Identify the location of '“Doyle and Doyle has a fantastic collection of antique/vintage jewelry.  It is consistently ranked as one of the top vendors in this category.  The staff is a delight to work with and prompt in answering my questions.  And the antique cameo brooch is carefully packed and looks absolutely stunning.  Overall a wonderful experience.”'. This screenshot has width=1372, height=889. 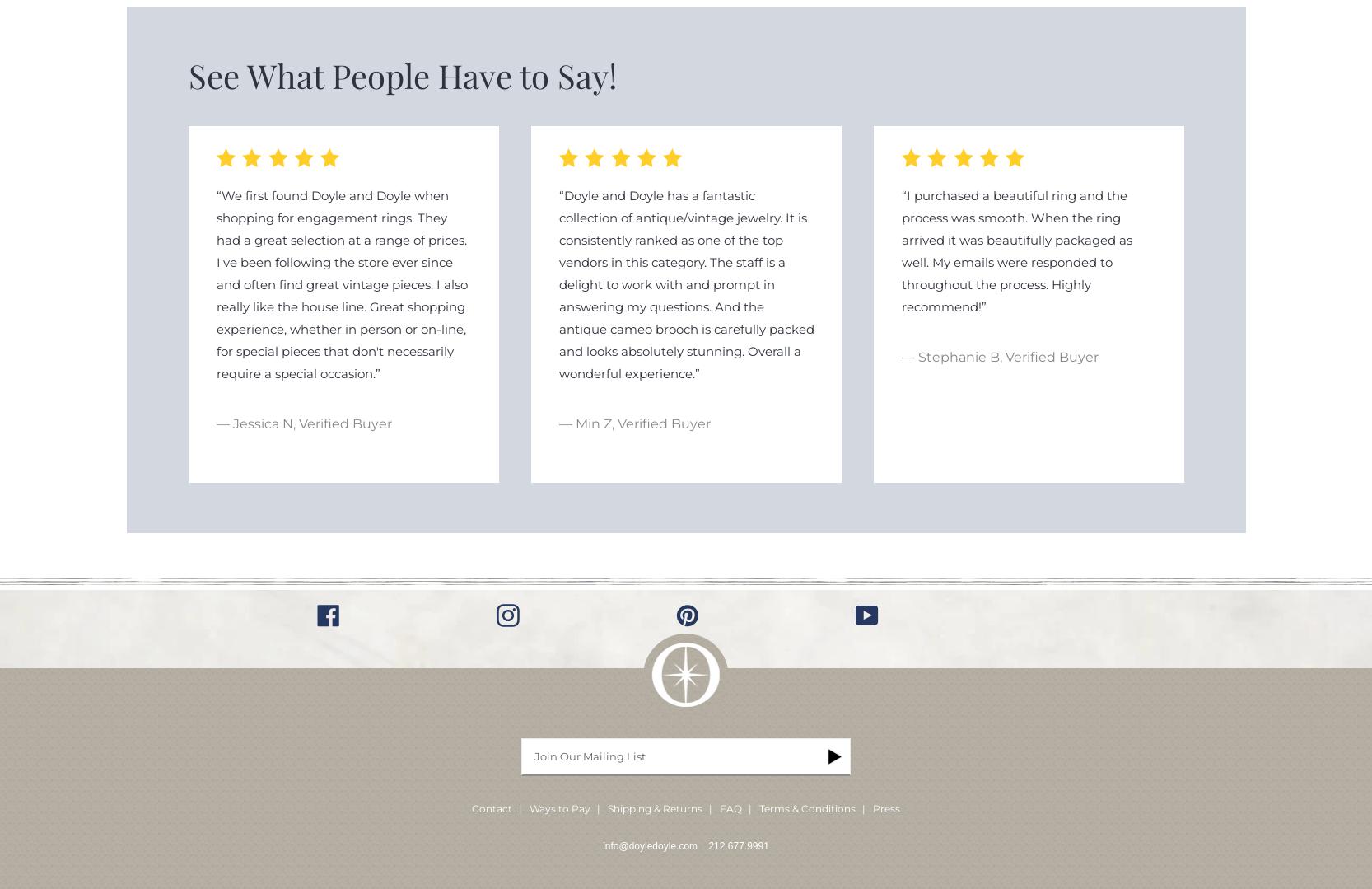
(686, 284).